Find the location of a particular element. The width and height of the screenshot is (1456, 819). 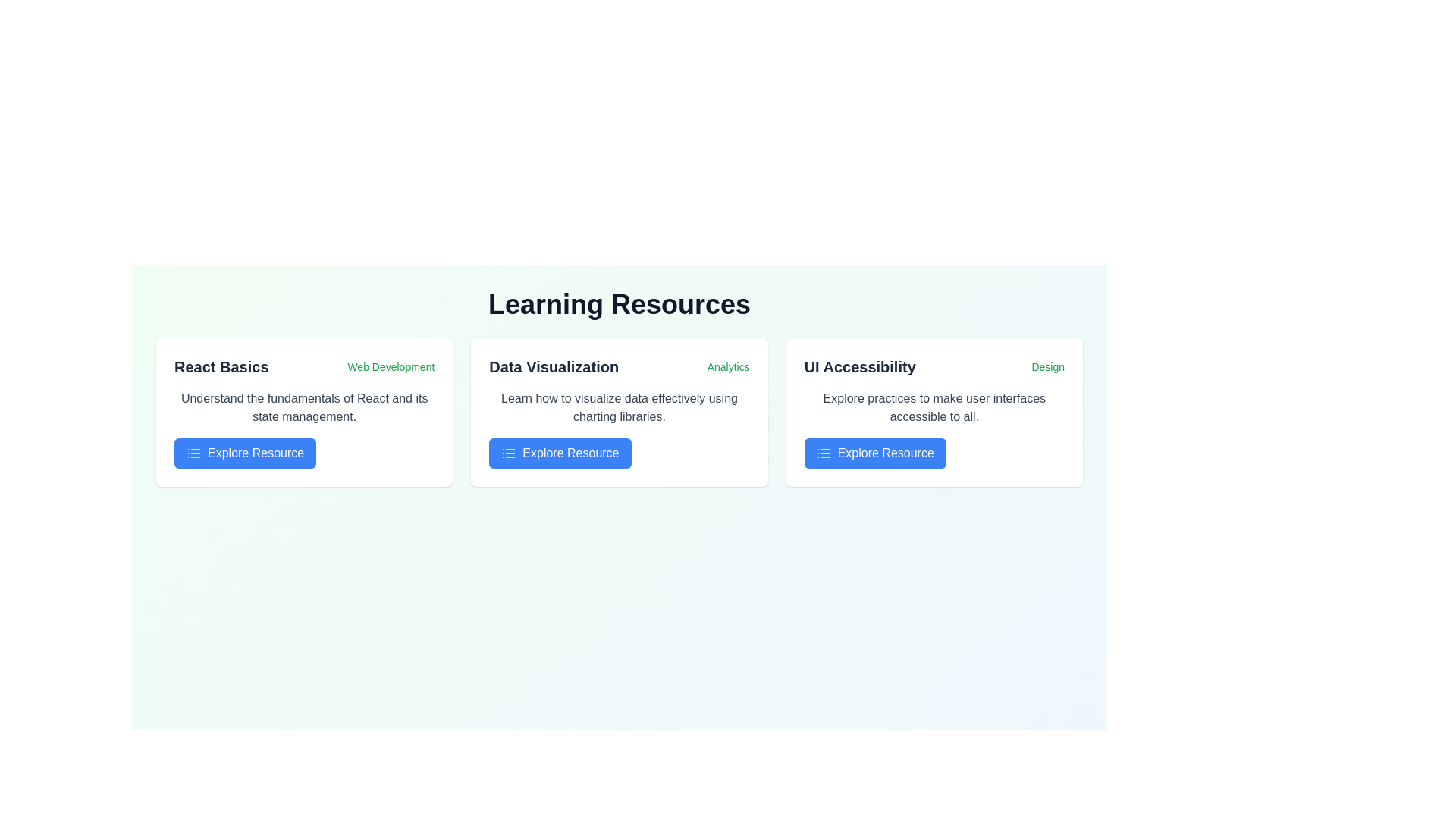

the text label 'React Basics' in bold, dark font is located at coordinates (303, 366).